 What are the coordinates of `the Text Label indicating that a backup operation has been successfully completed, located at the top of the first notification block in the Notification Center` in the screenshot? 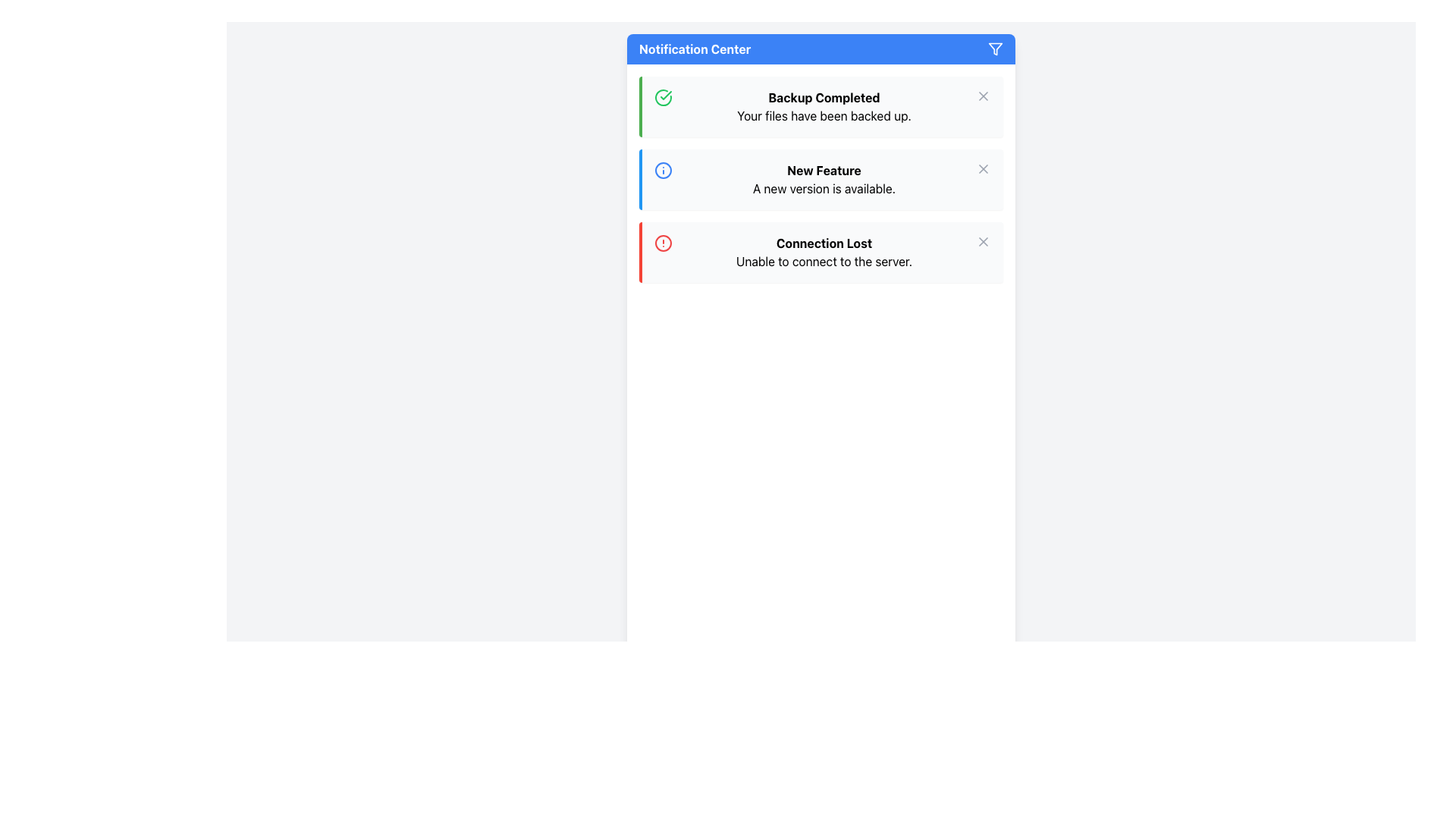 It's located at (823, 97).